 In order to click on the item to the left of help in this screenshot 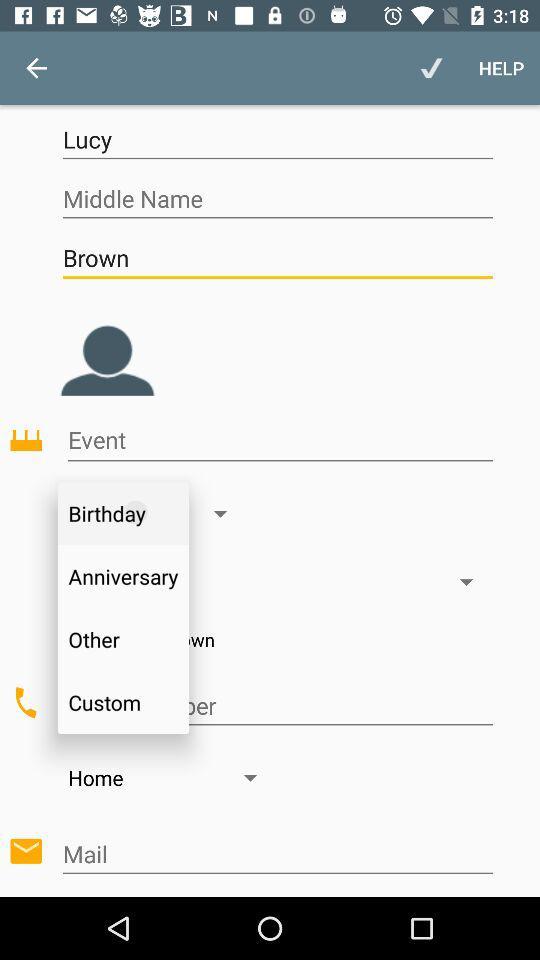, I will do `click(430, 68)`.